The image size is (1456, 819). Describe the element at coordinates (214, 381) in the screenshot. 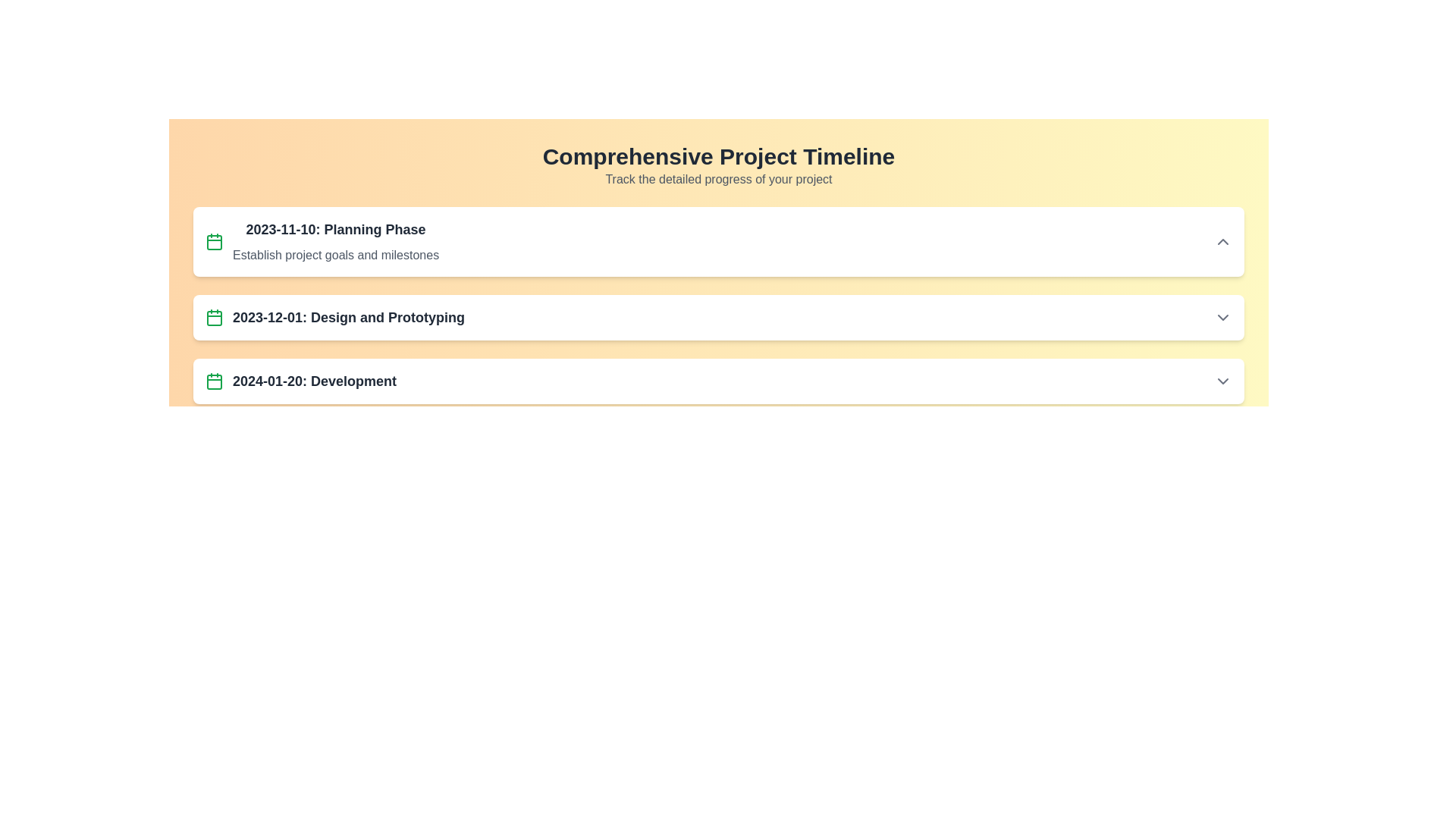

I see `the decorative graphic element which is a rounded rectangle with a light green border inside the calendar icon` at that location.